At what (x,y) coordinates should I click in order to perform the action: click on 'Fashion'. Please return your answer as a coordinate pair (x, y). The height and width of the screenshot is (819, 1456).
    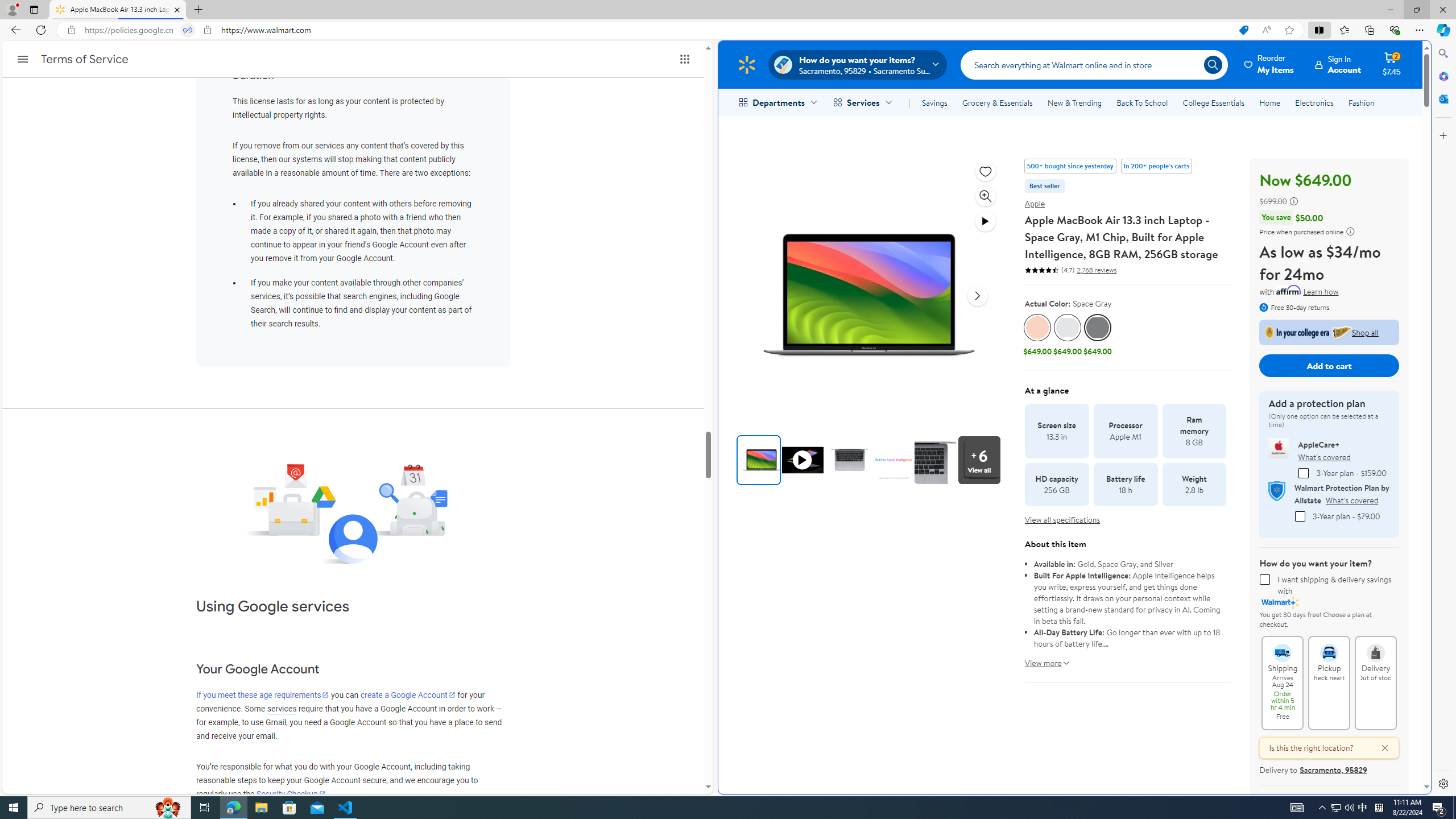
    Looking at the image, I should click on (1360, 102).